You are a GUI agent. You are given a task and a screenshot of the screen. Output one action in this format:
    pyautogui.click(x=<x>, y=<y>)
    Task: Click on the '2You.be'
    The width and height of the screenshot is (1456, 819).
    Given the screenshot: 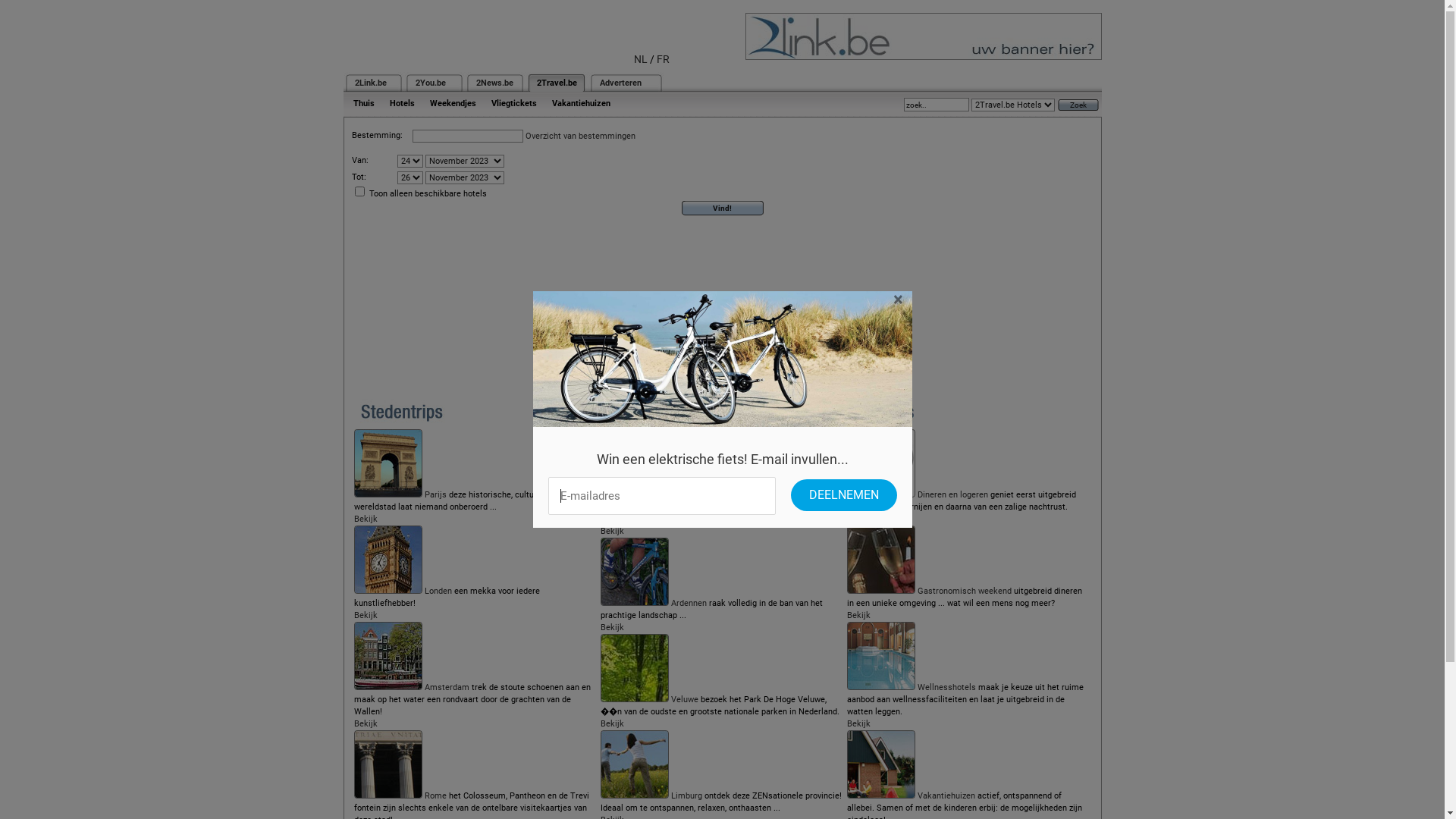 What is the action you would take?
    pyautogui.click(x=429, y=83)
    